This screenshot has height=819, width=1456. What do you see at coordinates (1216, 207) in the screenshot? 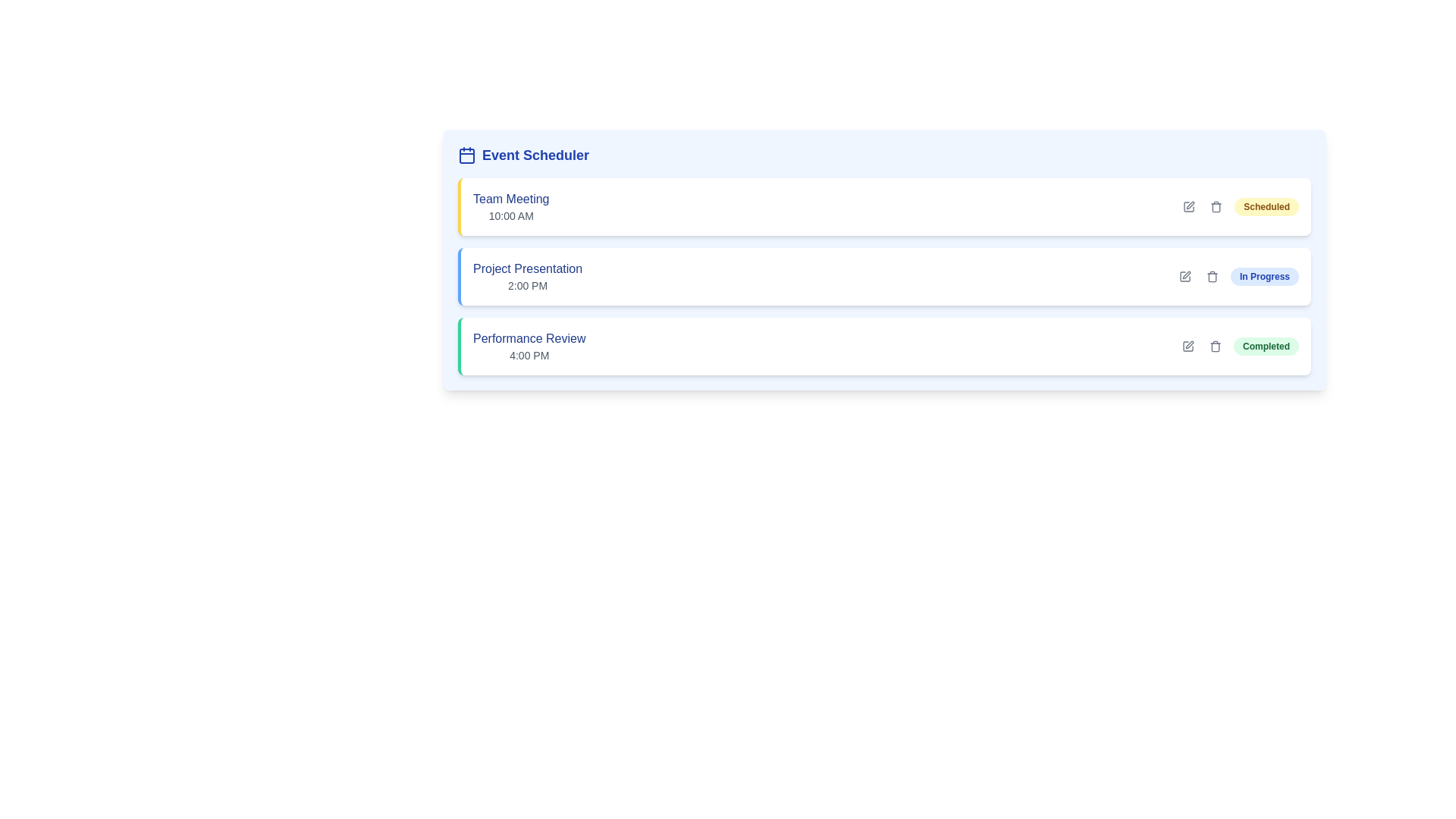
I see `the circular trash button located at the right side of the 'Team Meeting' row to change its background color` at bounding box center [1216, 207].